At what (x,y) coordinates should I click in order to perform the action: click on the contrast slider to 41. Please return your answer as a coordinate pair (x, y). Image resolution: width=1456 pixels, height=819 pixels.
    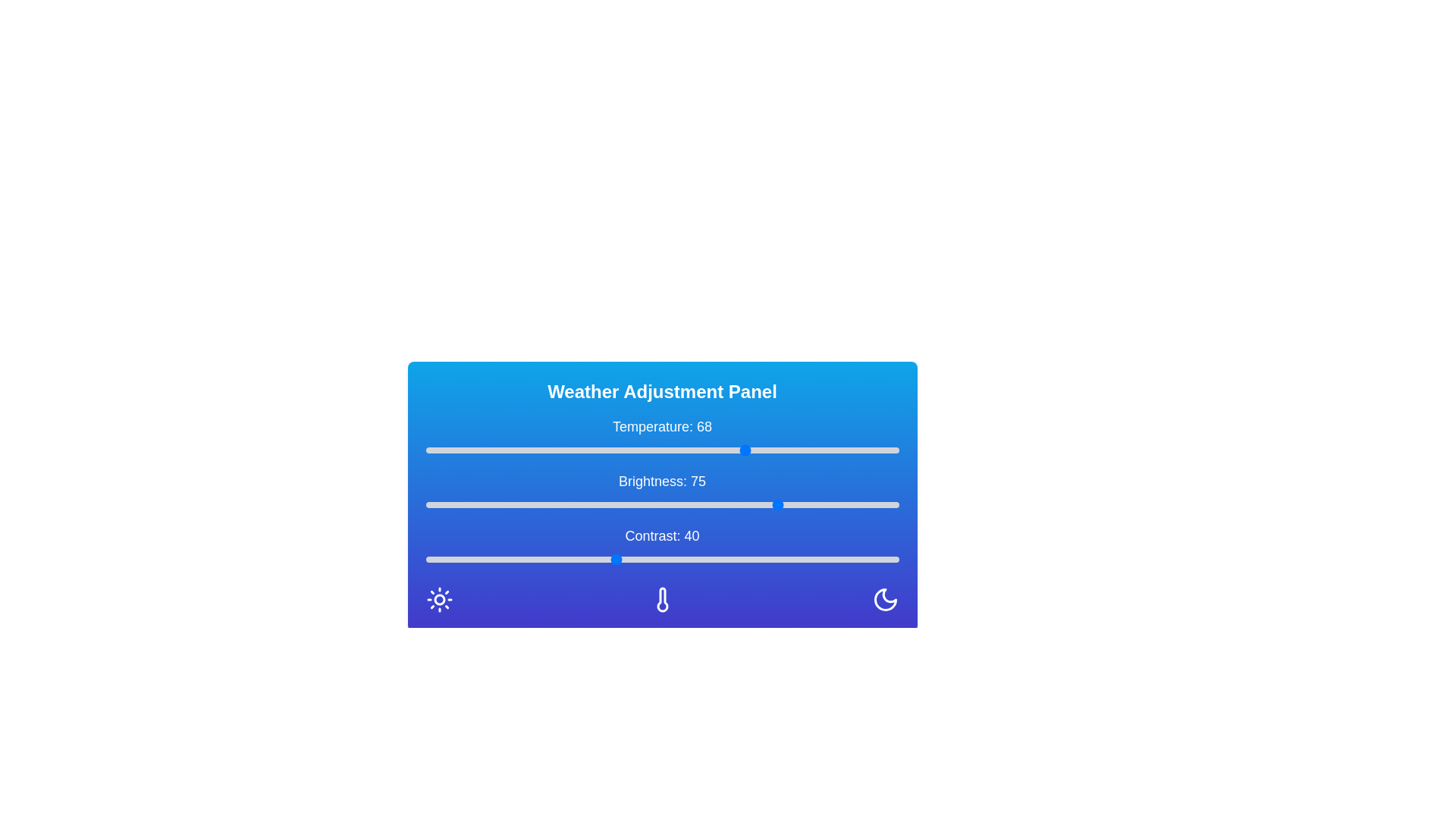
    Looking at the image, I should click on (620, 559).